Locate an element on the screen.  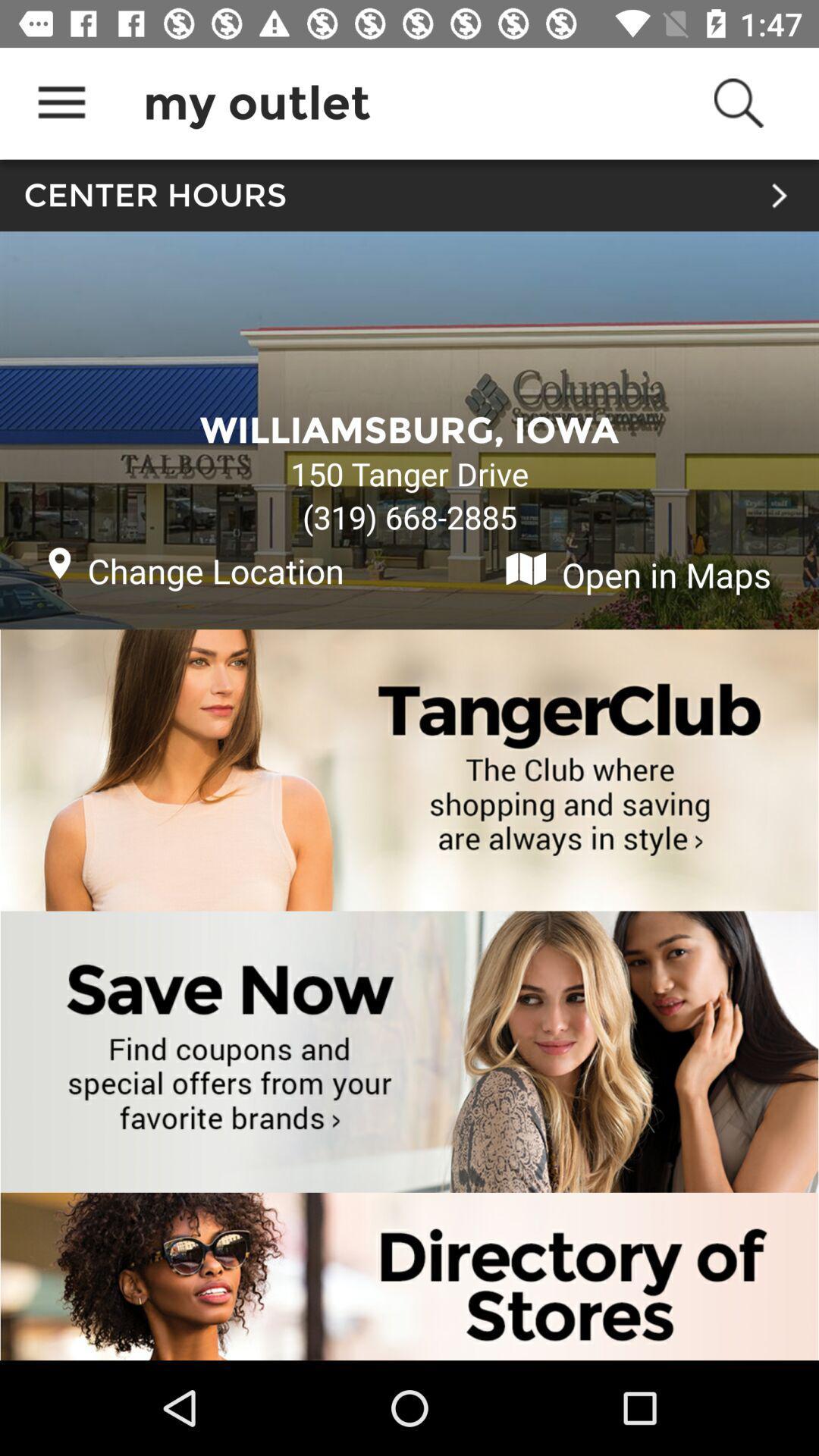
the icon above center hours is located at coordinates (61, 102).